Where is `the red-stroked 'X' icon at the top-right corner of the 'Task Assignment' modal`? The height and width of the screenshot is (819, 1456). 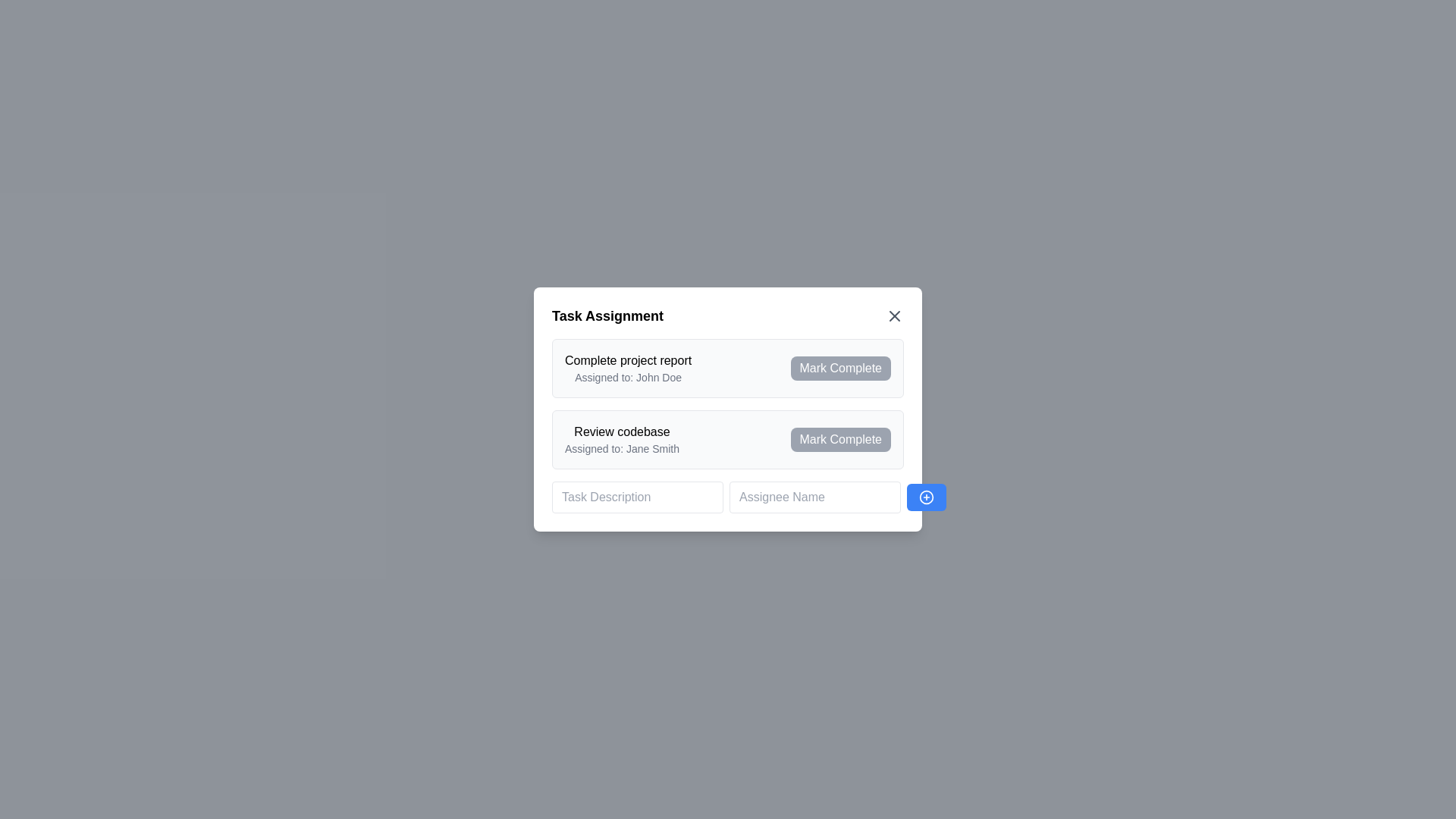
the red-stroked 'X' icon at the top-right corner of the 'Task Assignment' modal is located at coordinates (895, 315).